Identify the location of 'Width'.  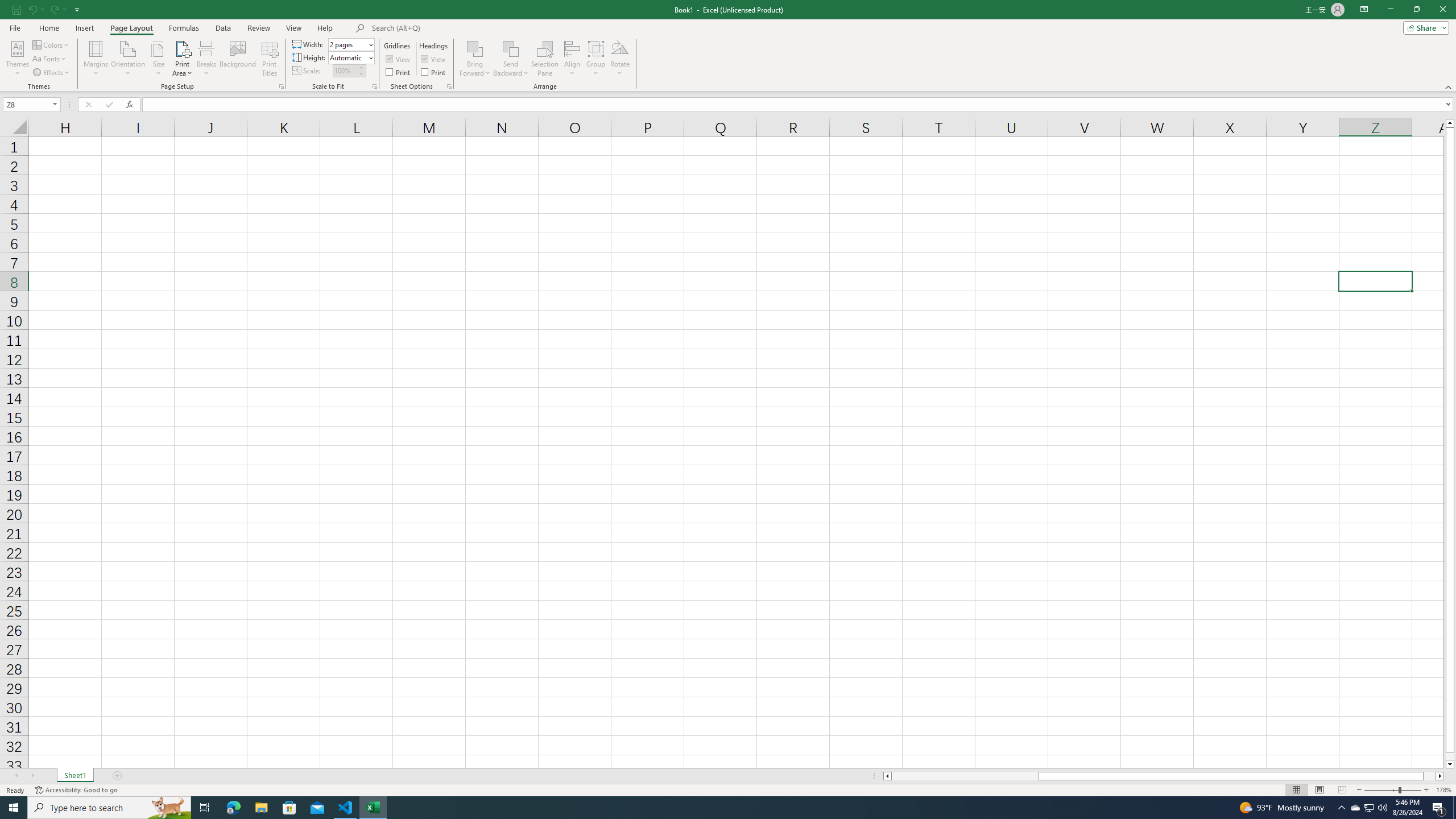
(348, 44).